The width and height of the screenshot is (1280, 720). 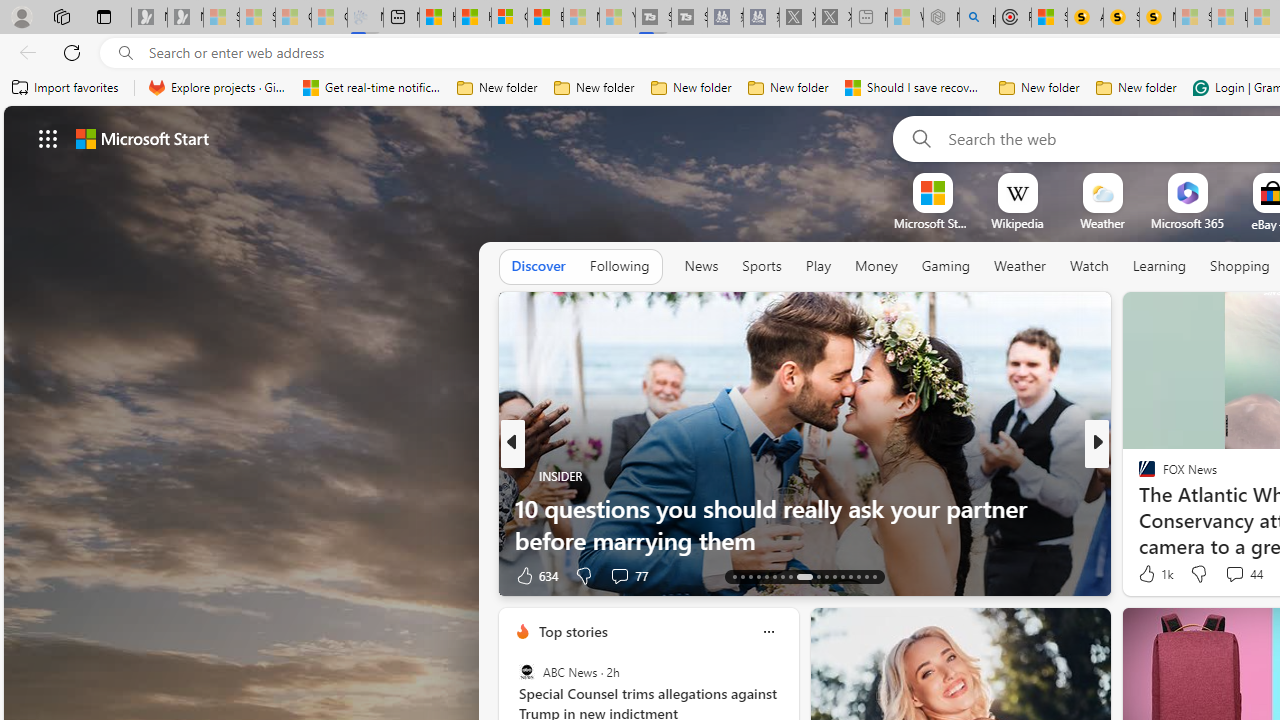 What do you see at coordinates (789, 577) in the screenshot?
I see `'AutomationID: tab-20'` at bounding box center [789, 577].